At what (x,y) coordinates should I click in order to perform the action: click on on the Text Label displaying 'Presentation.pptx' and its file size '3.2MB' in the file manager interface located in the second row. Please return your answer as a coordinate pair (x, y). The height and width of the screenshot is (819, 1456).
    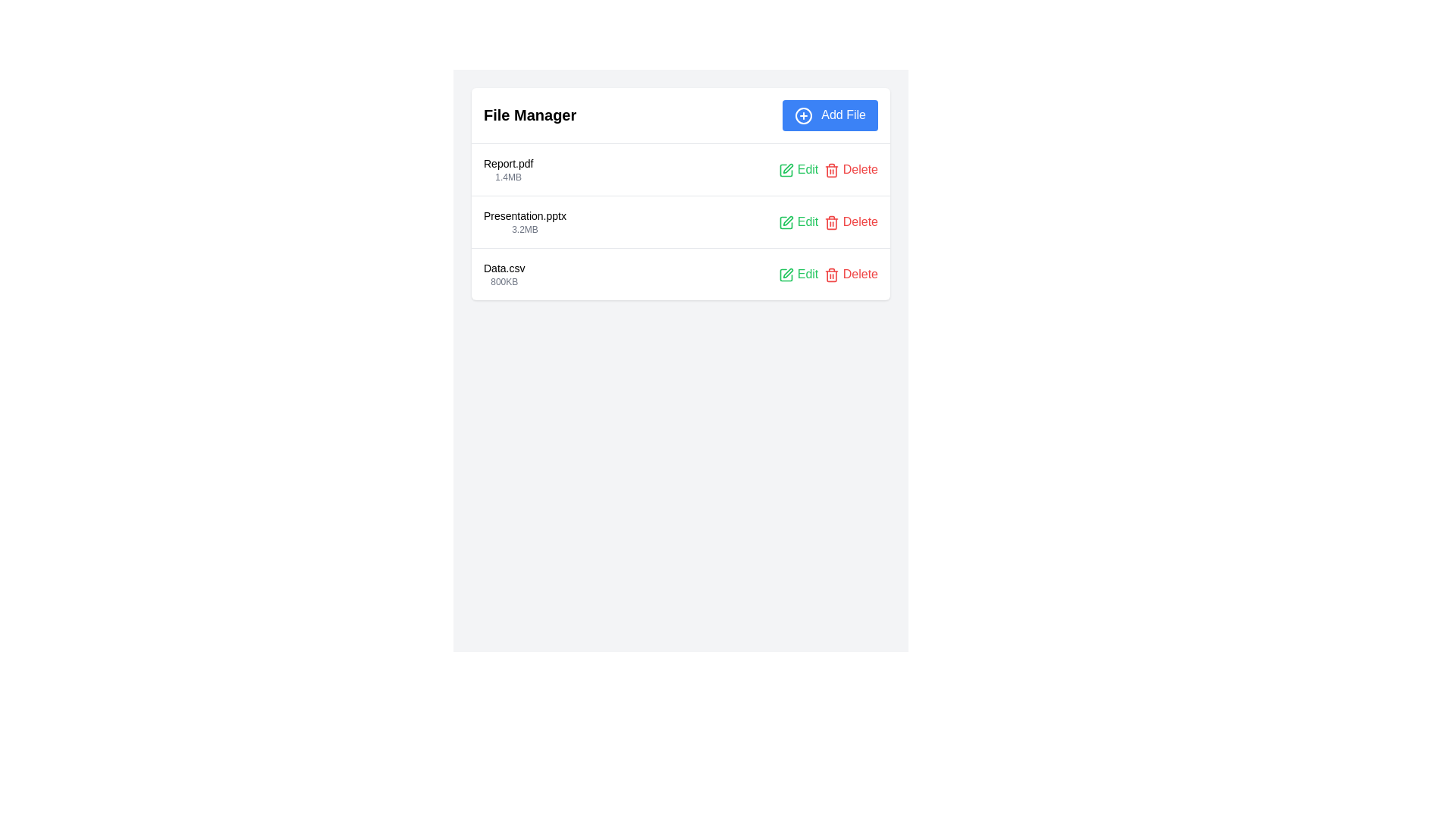
    Looking at the image, I should click on (525, 221).